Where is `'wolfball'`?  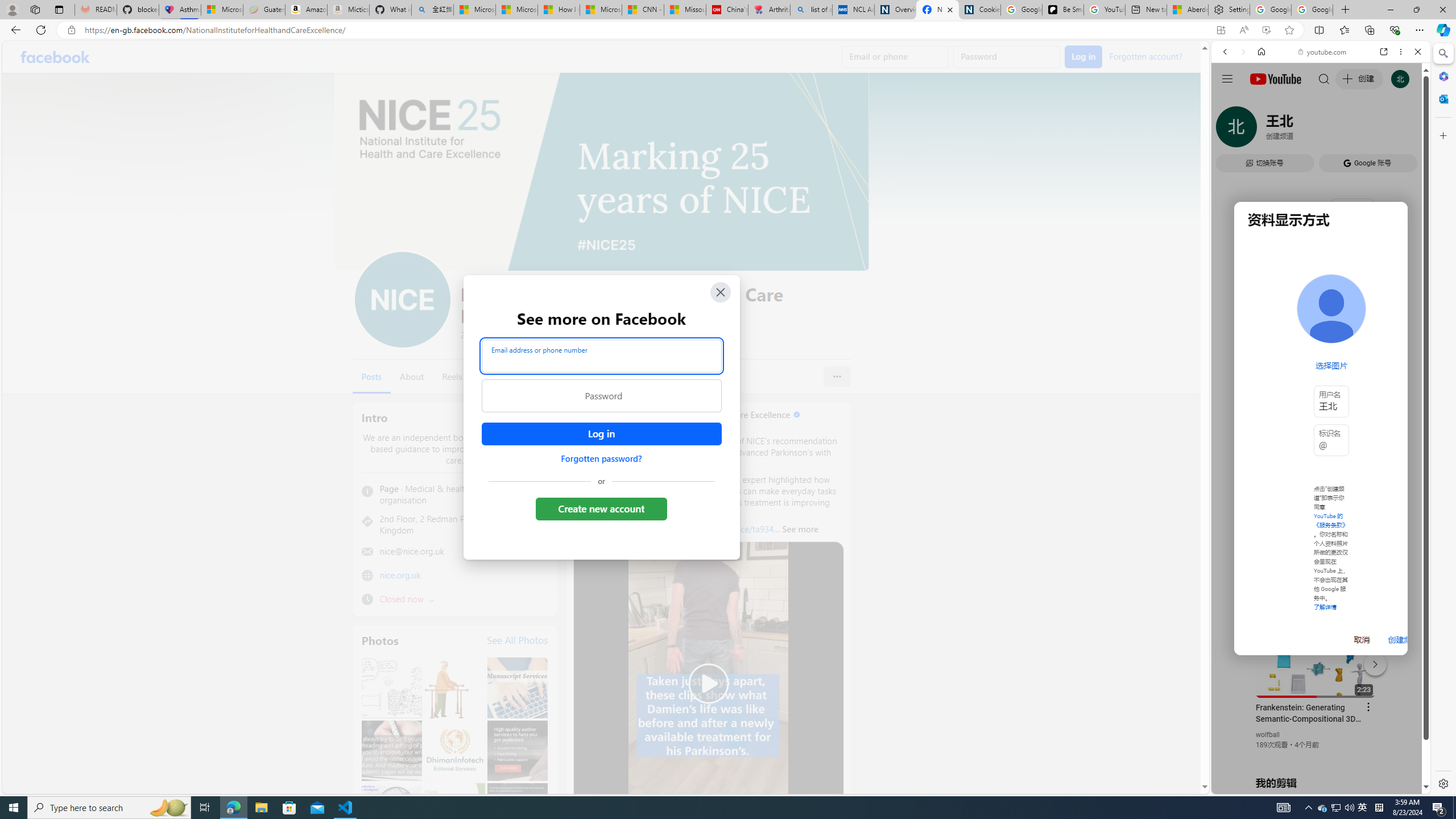 'wolfball' is located at coordinates (1268, 734).